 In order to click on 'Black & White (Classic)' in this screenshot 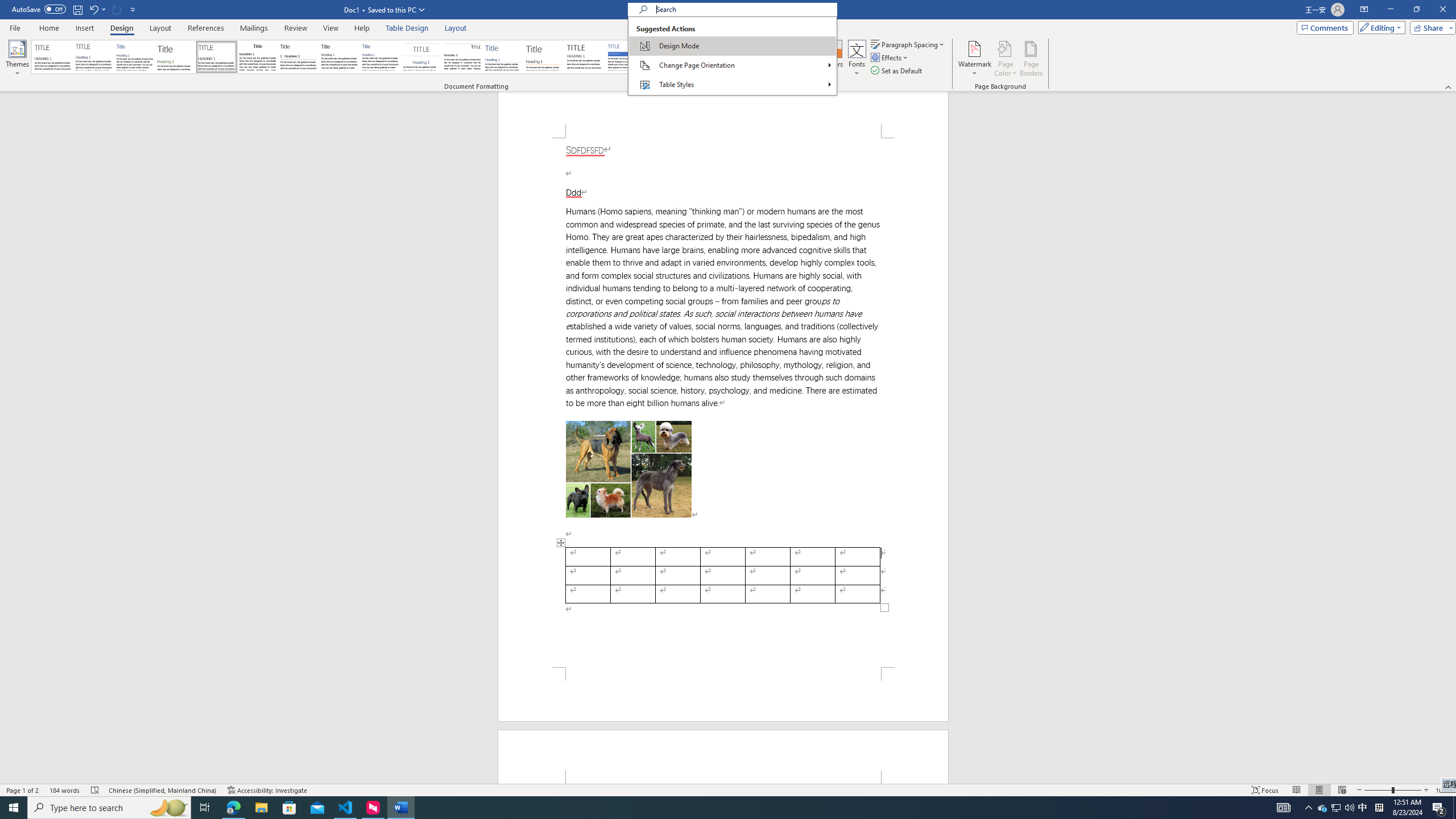, I will do `click(257, 56)`.